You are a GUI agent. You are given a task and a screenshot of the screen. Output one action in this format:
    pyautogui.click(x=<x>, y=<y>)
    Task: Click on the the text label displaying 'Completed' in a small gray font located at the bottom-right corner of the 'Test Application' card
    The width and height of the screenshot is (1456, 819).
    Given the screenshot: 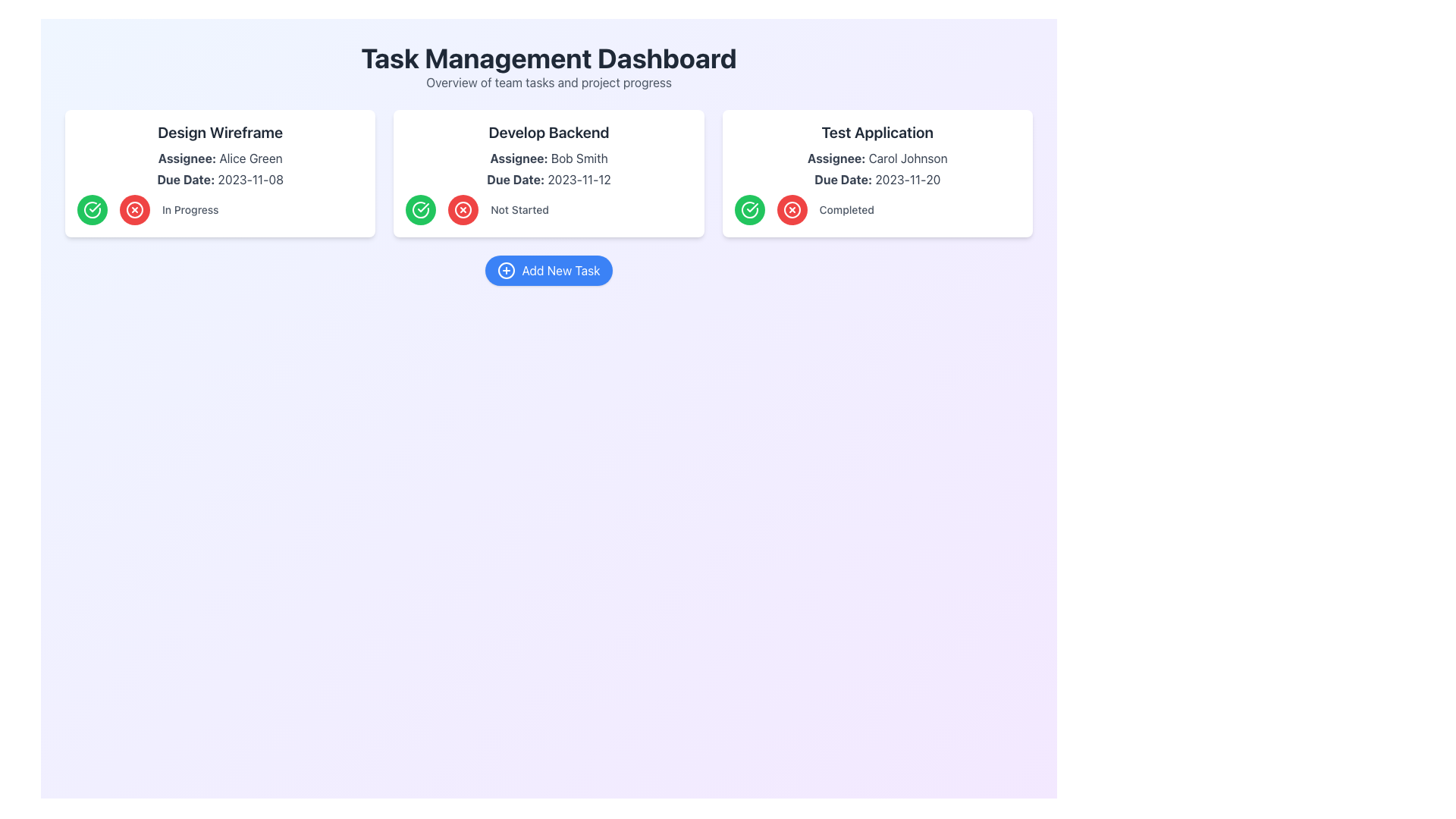 What is the action you would take?
    pyautogui.click(x=846, y=210)
    